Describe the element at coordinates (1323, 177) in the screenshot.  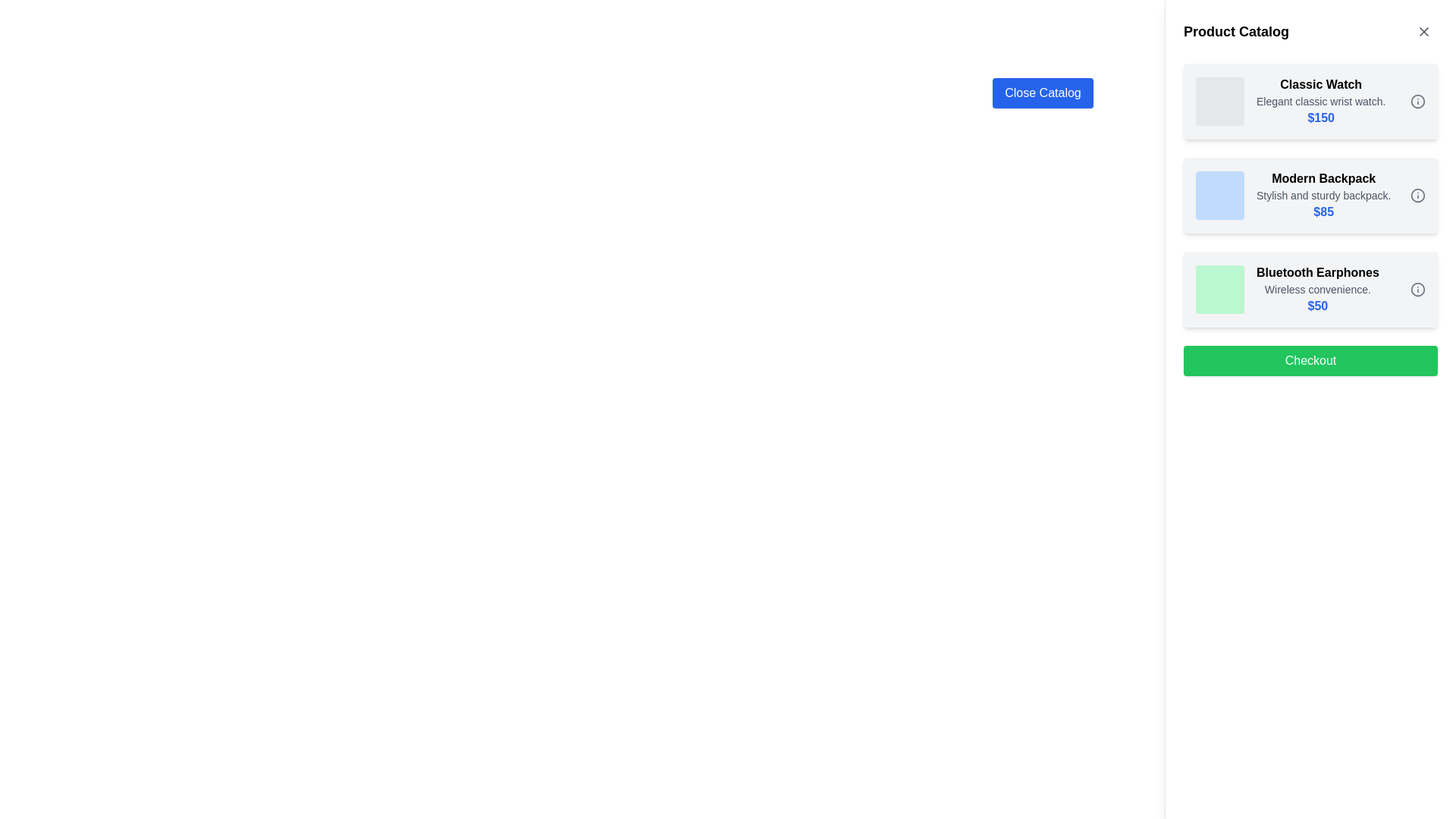
I see `product name 'Modern Backpack' which is prominently displayed in bold black text within the Product Catalog section, specifically the second item in the list` at that location.